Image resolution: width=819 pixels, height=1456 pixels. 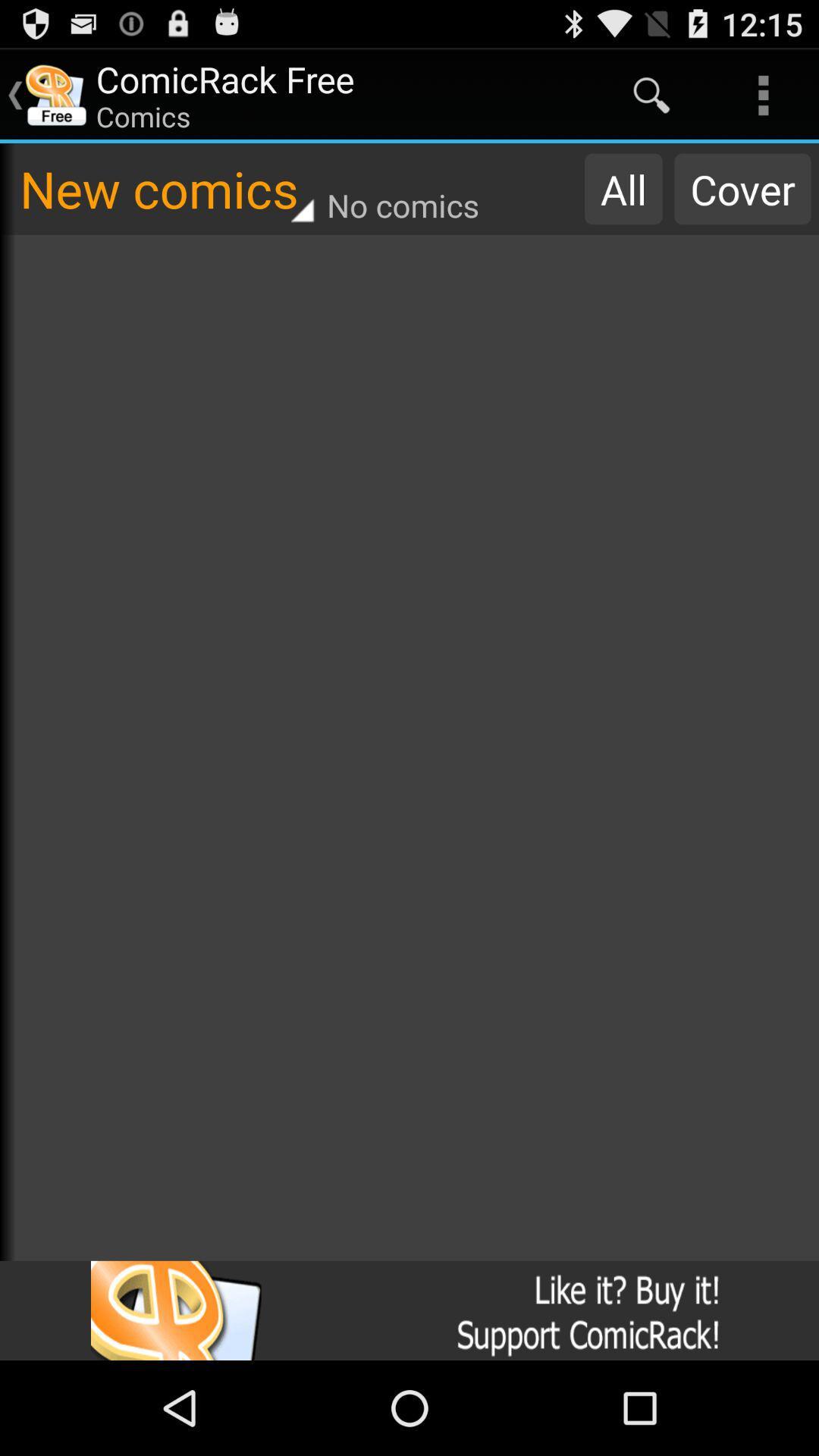 I want to click on the app next to comicrack free icon, so click(x=651, y=94).